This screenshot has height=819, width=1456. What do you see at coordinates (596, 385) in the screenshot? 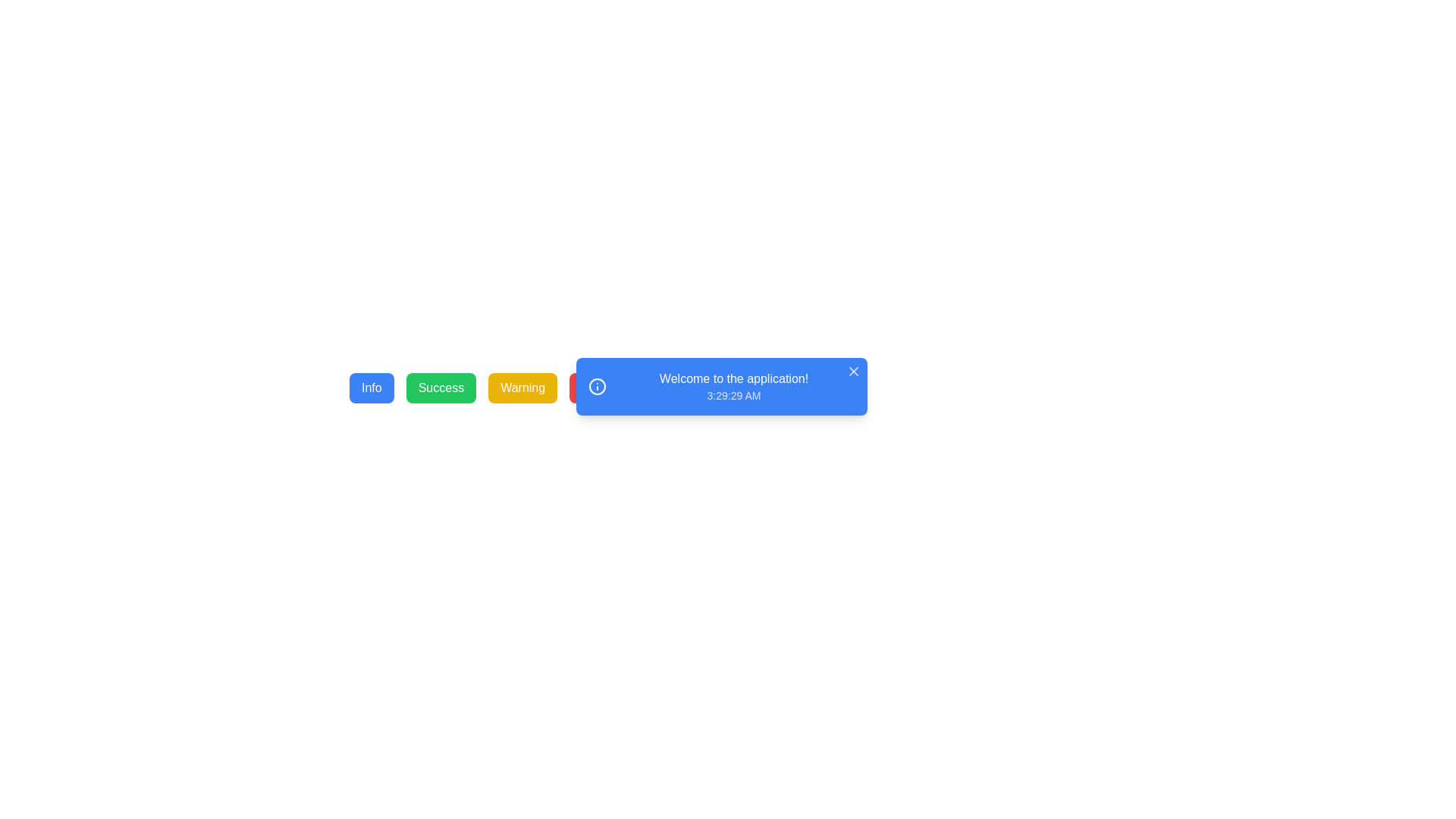
I see `the informational icon located at the left edge of the notification box titled 'Welcome to the application!'` at bounding box center [596, 385].